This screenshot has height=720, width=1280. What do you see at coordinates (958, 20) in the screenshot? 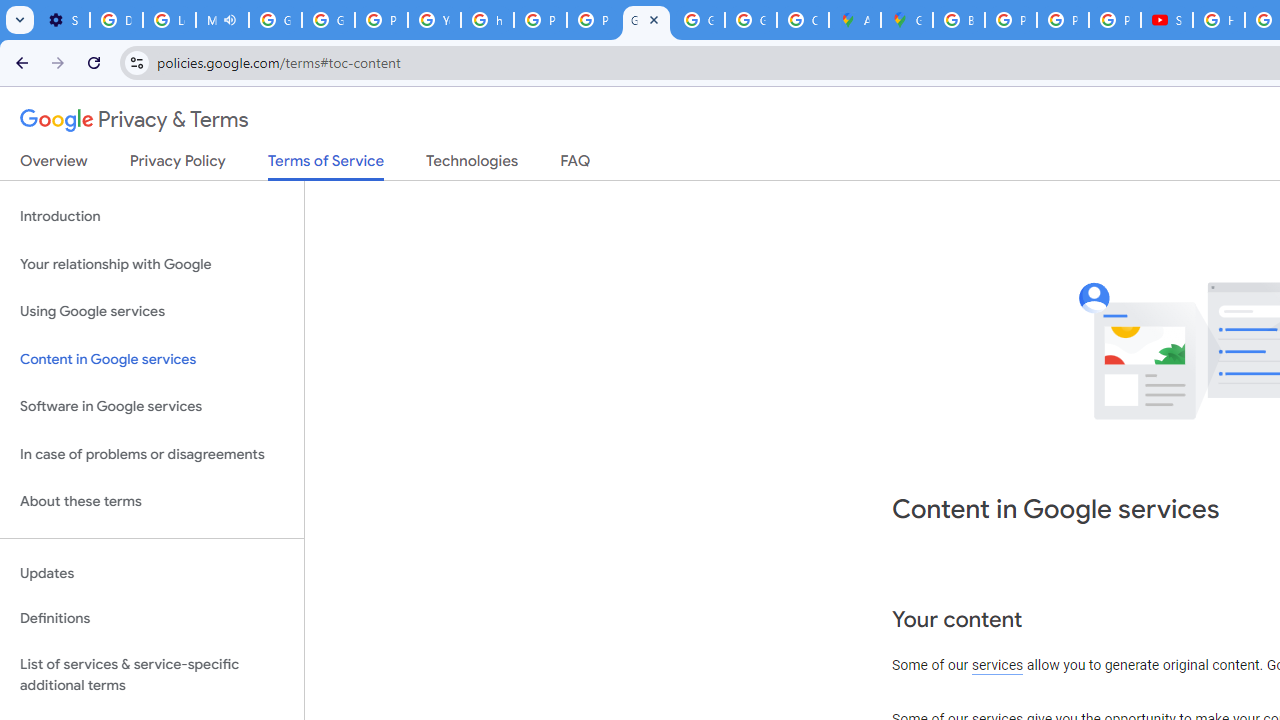
I see `'Blogger Policies and Guidelines - Transparency Center'` at bounding box center [958, 20].